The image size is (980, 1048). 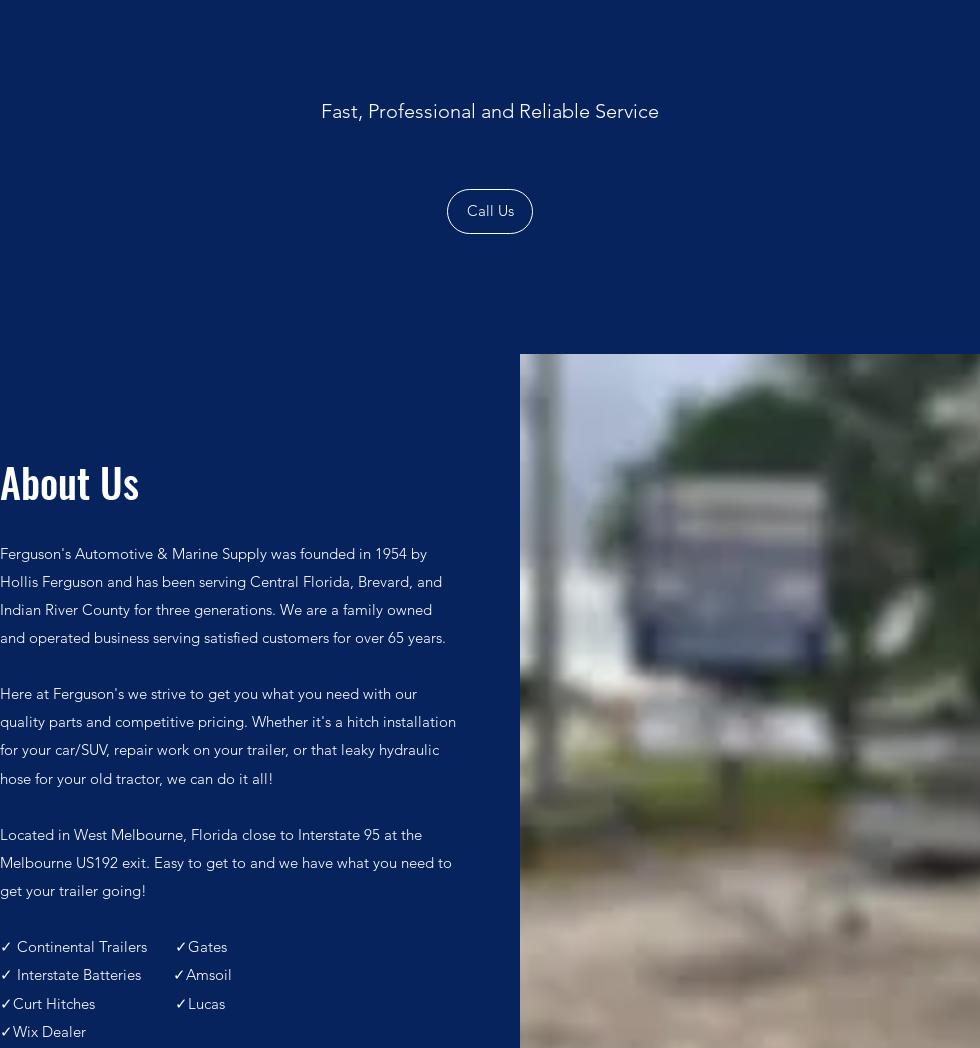 What do you see at coordinates (465, 208) in the screenshot?
I see `'Call Us'` at bounding box center [465, 208].